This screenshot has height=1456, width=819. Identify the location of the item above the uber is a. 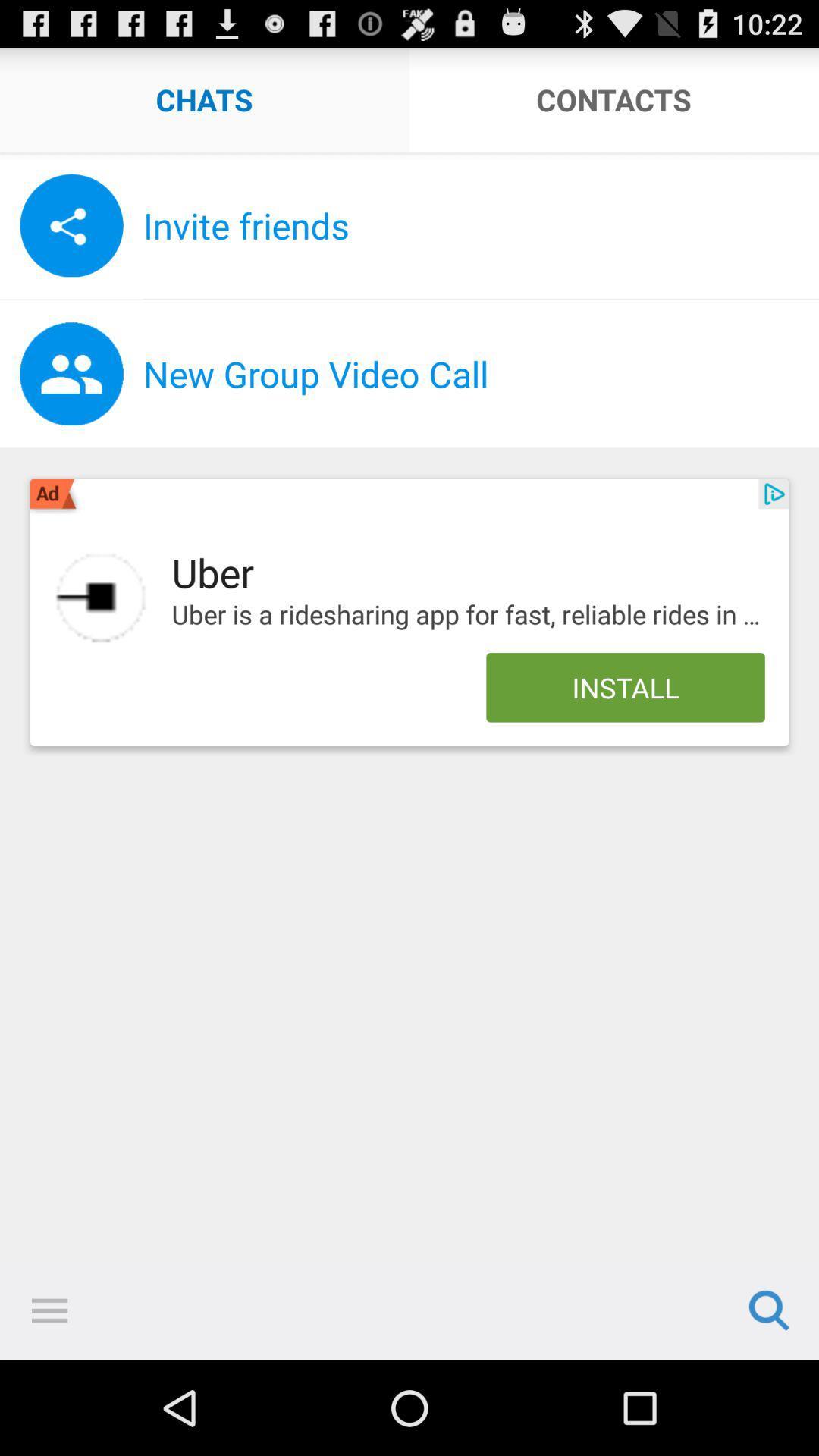
(773, 494).